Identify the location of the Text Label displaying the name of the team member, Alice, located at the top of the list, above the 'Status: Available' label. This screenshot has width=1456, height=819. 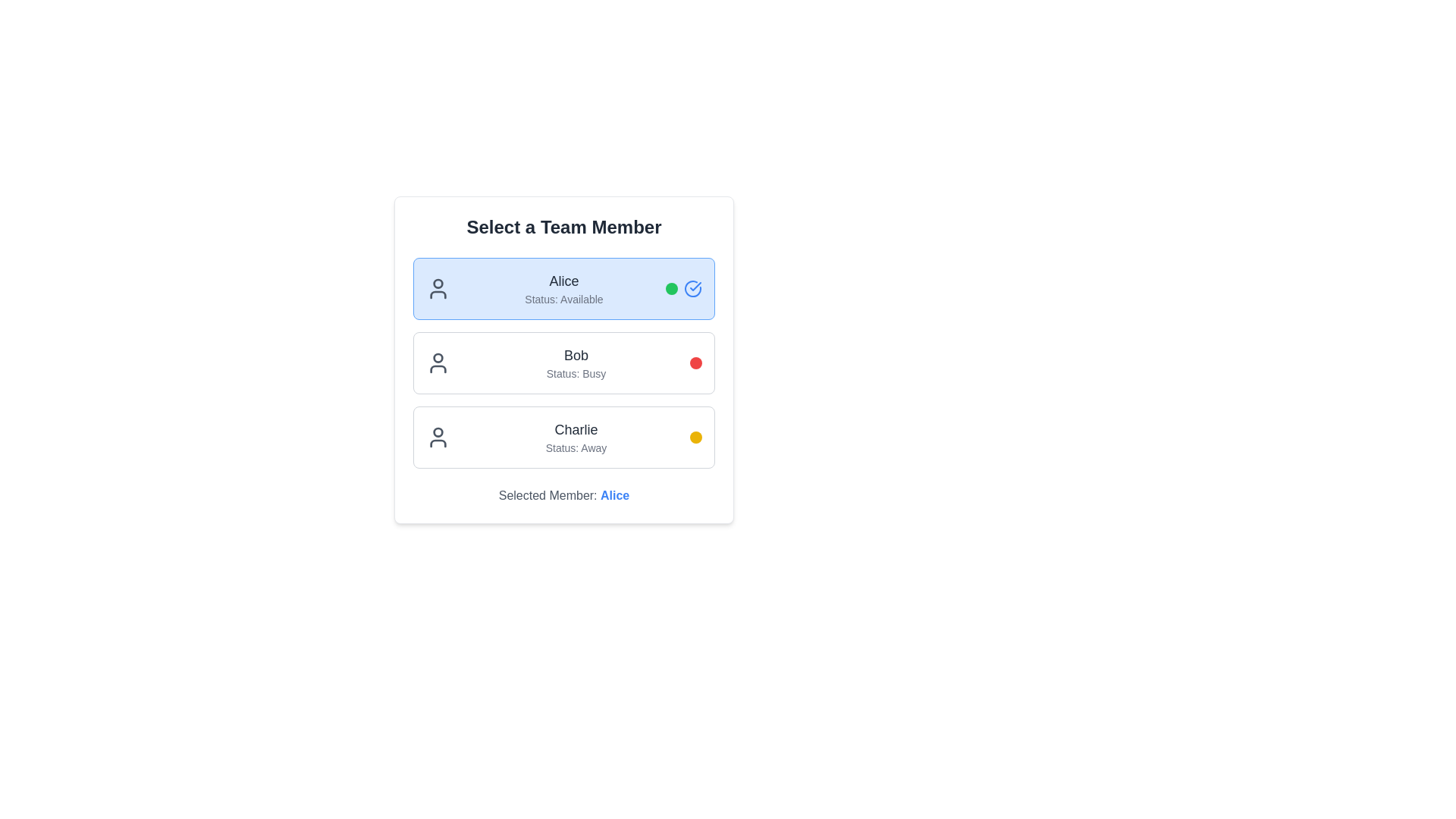
(563, 281).